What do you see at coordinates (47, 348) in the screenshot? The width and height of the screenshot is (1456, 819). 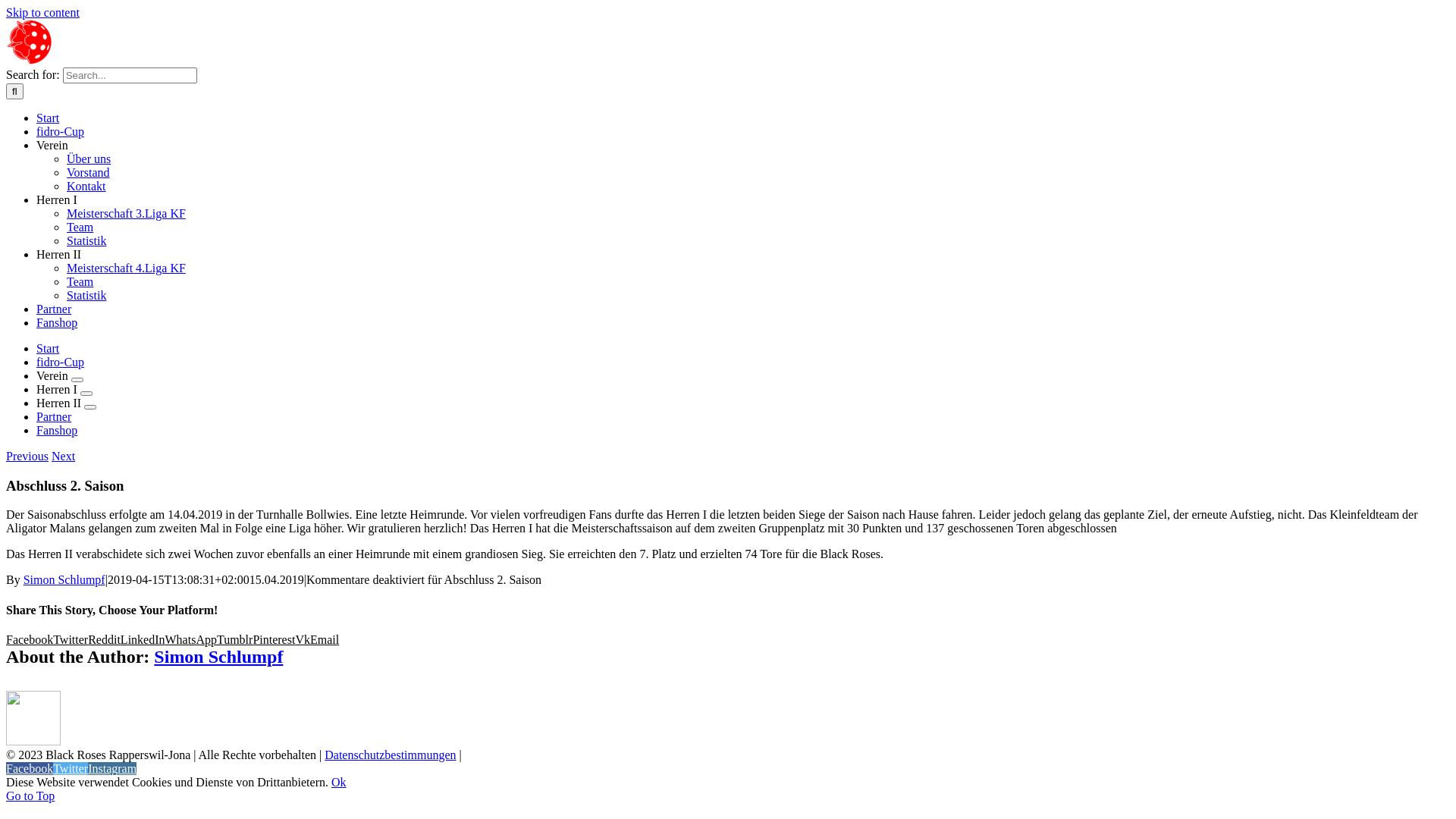 I see `'Start'` at bounding box center [47, 348].